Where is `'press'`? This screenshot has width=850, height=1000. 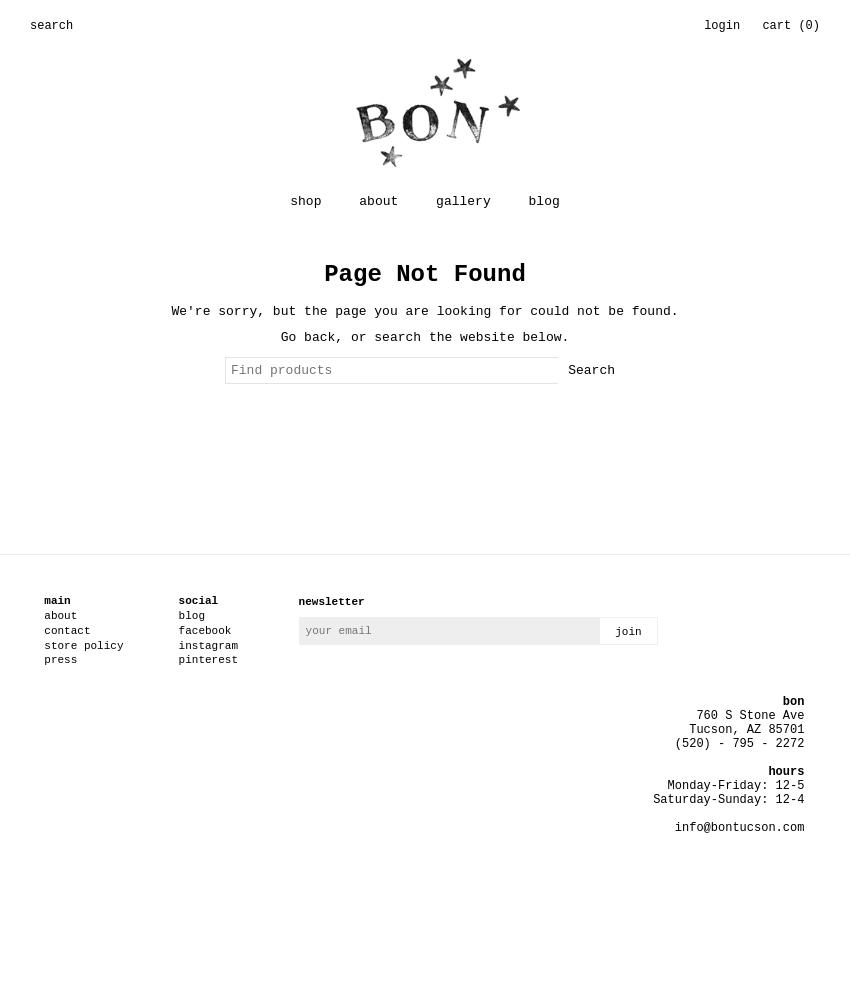 'press' is located at coordinates (60, 660).